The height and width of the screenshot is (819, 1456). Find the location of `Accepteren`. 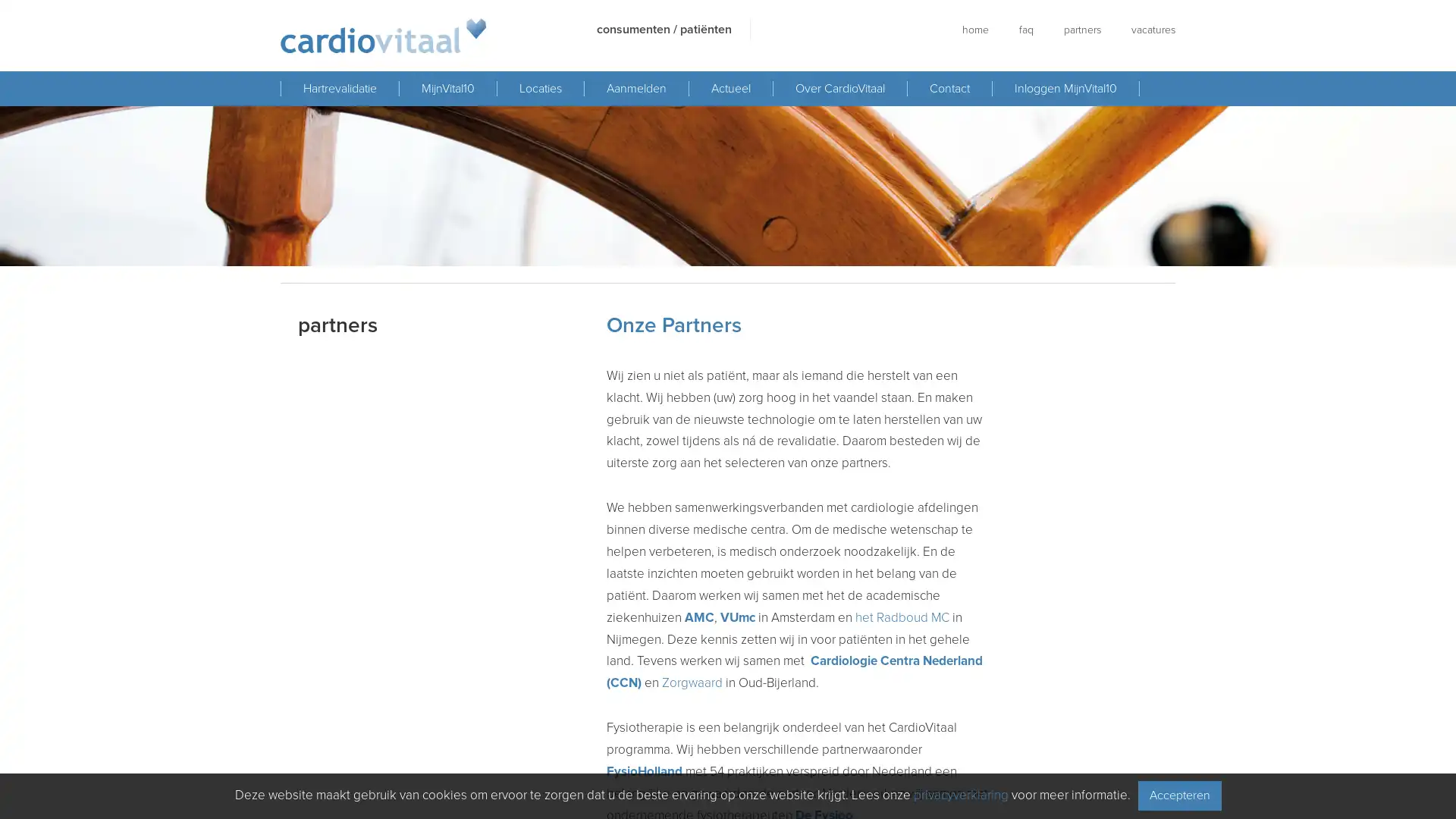

Accepteren is located at coordinates (1178, 795).